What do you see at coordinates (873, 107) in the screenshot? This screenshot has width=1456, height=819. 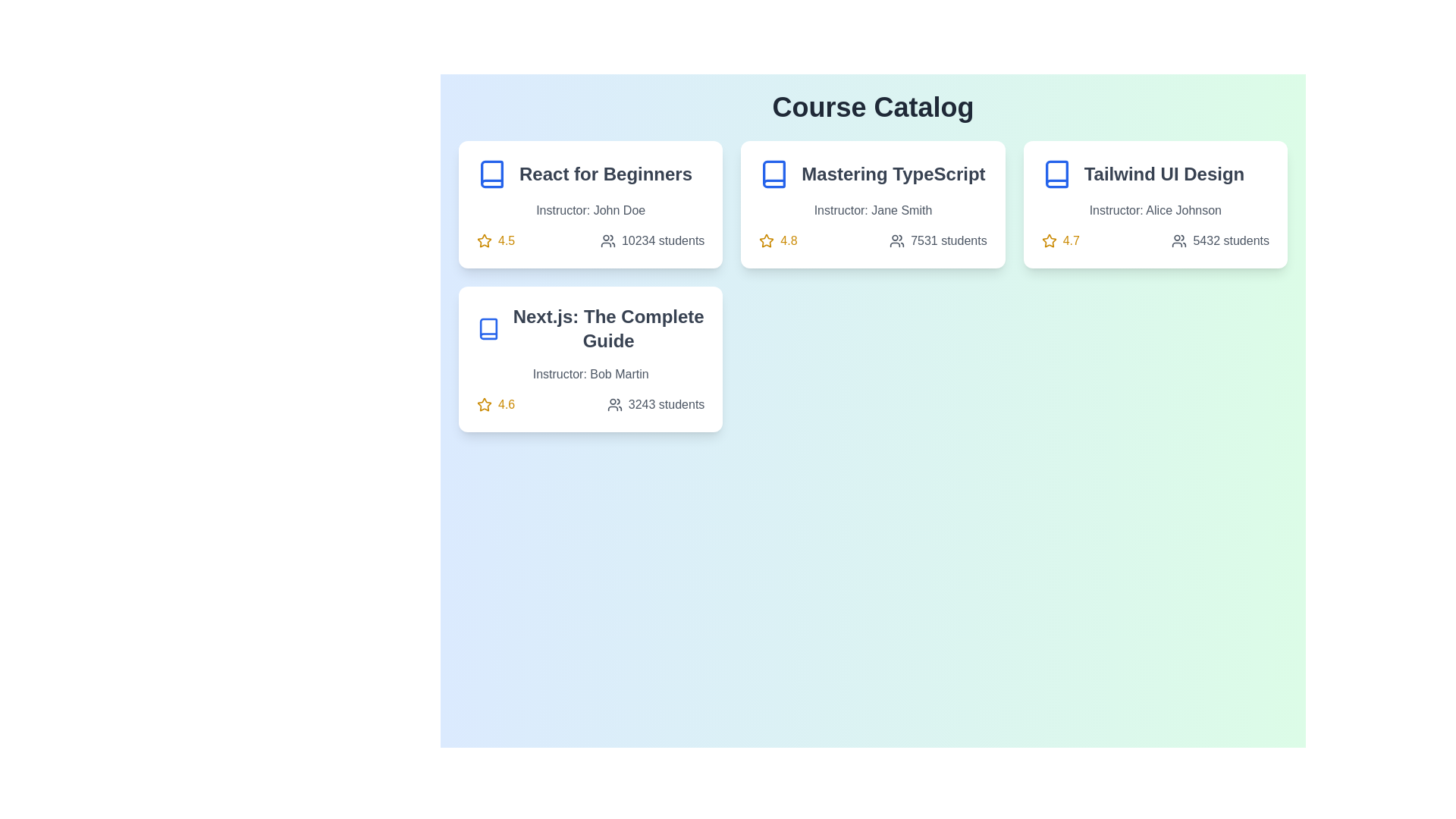 I see `prominently displayed text header 'Course Catalog' which is centered at the top of the interface` at bounding box center [873, 107].